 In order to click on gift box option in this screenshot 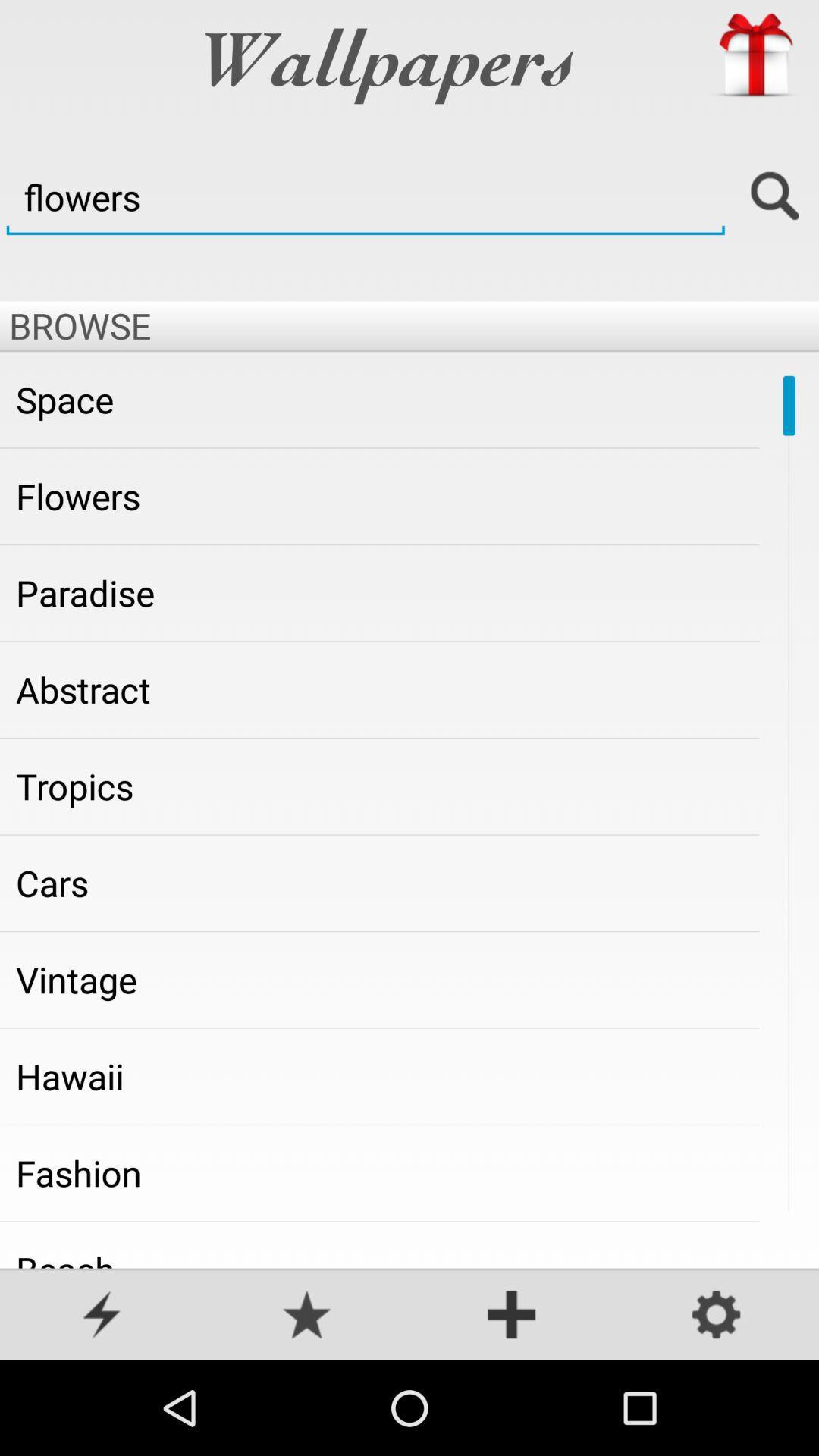, I will do `click(755, 55)`.